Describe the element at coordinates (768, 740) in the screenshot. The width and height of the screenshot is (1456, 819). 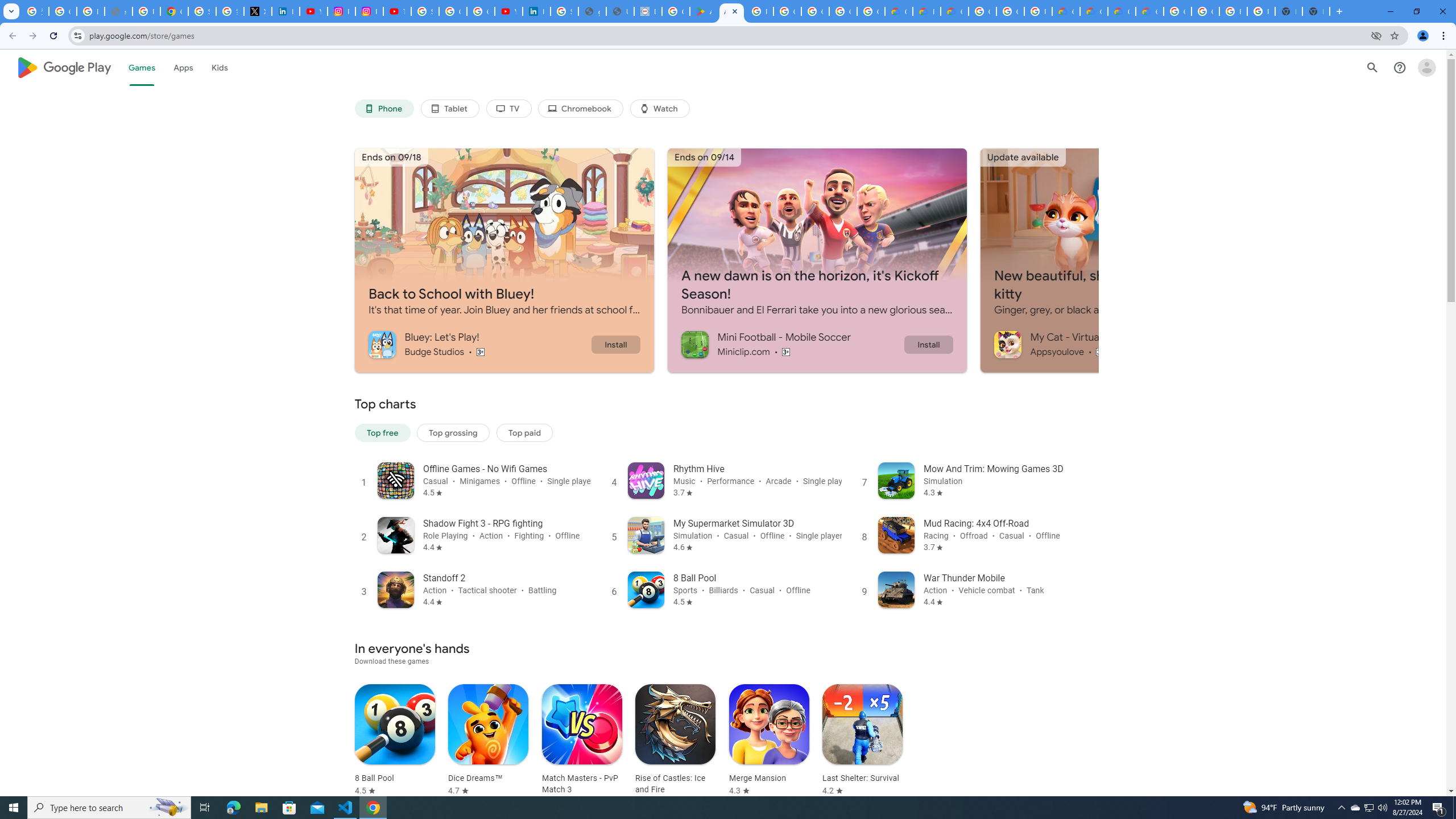
I see `'Merge Mansion Rated 4.3 stars out of five stars'` at that location.